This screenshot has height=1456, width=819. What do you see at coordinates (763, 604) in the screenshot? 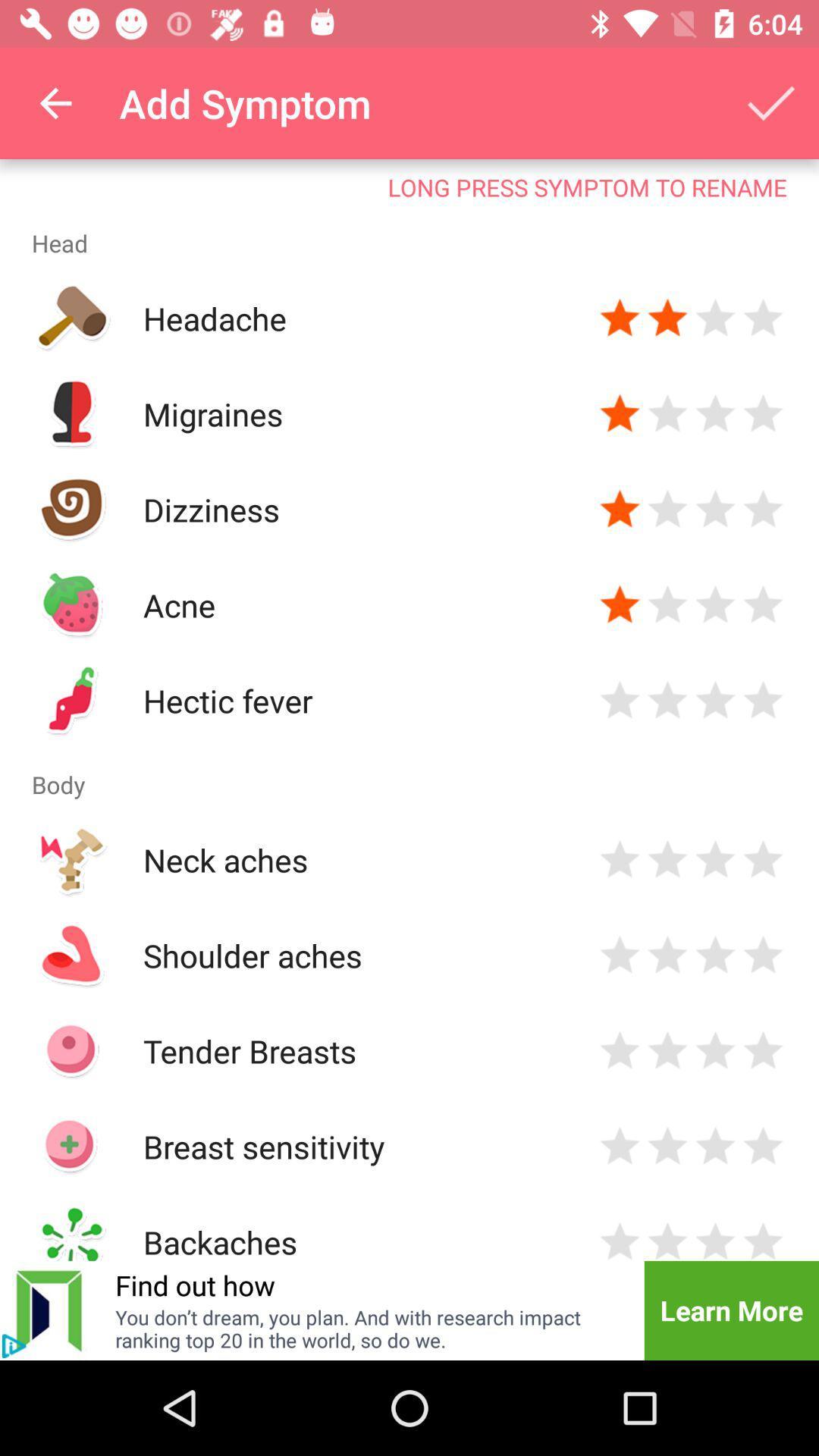
I see `rate acne 4 stars` at bounding box center [763, 604].